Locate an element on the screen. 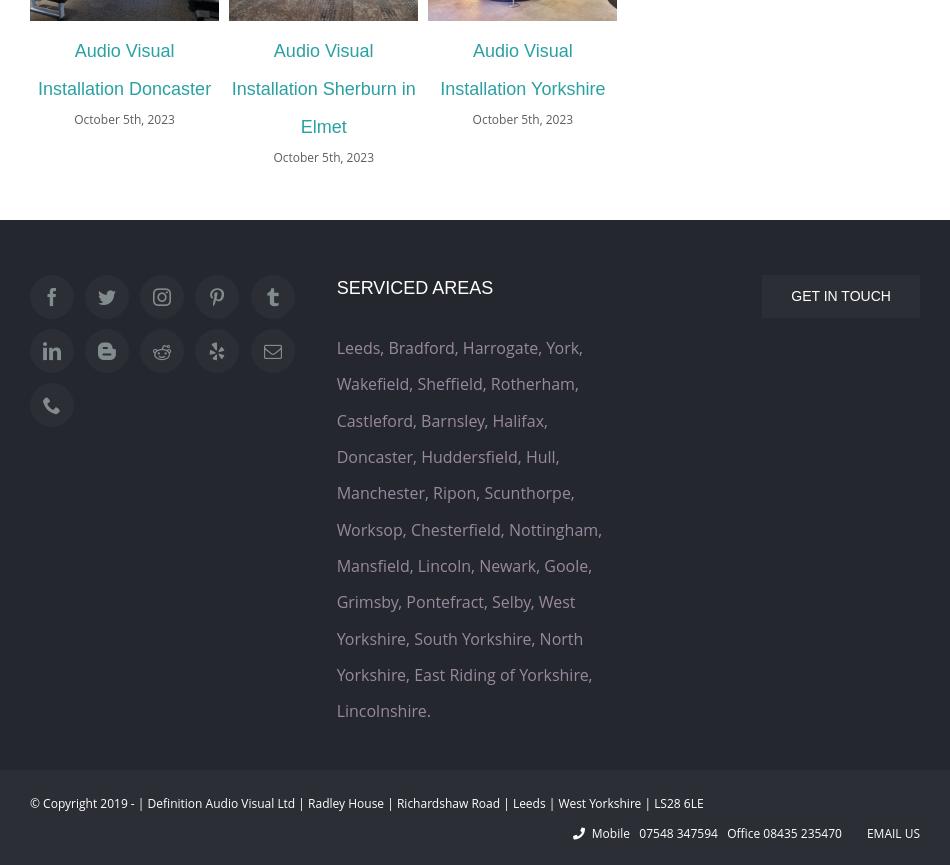  '© Copyright 2019 -' is located at coordinates (83, 801).